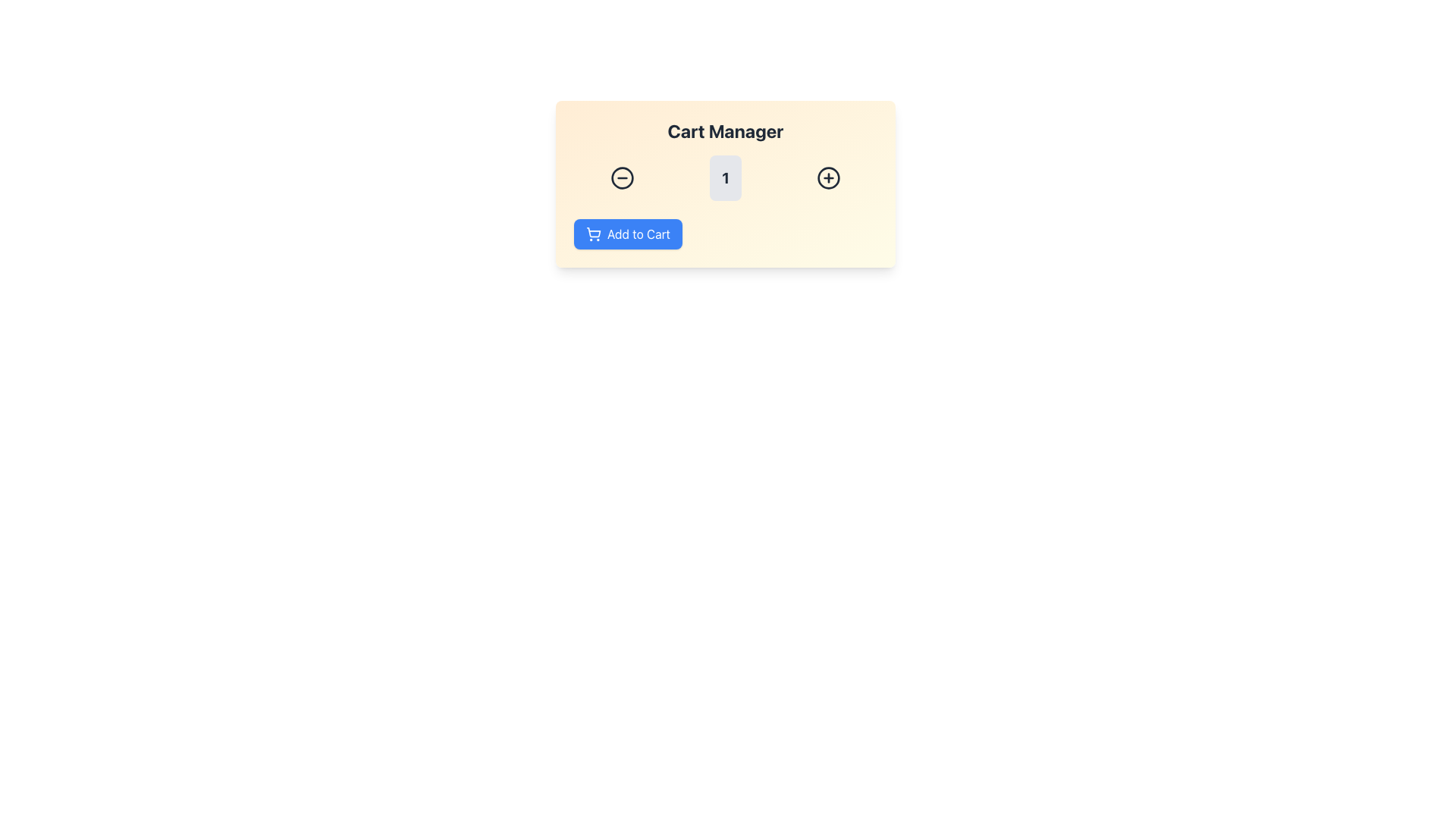  I want to click on the display box that shows the current quantity in the cart, located in the center of a horizontal layout under the 'Cart Manager' heading, so click(724, 177).